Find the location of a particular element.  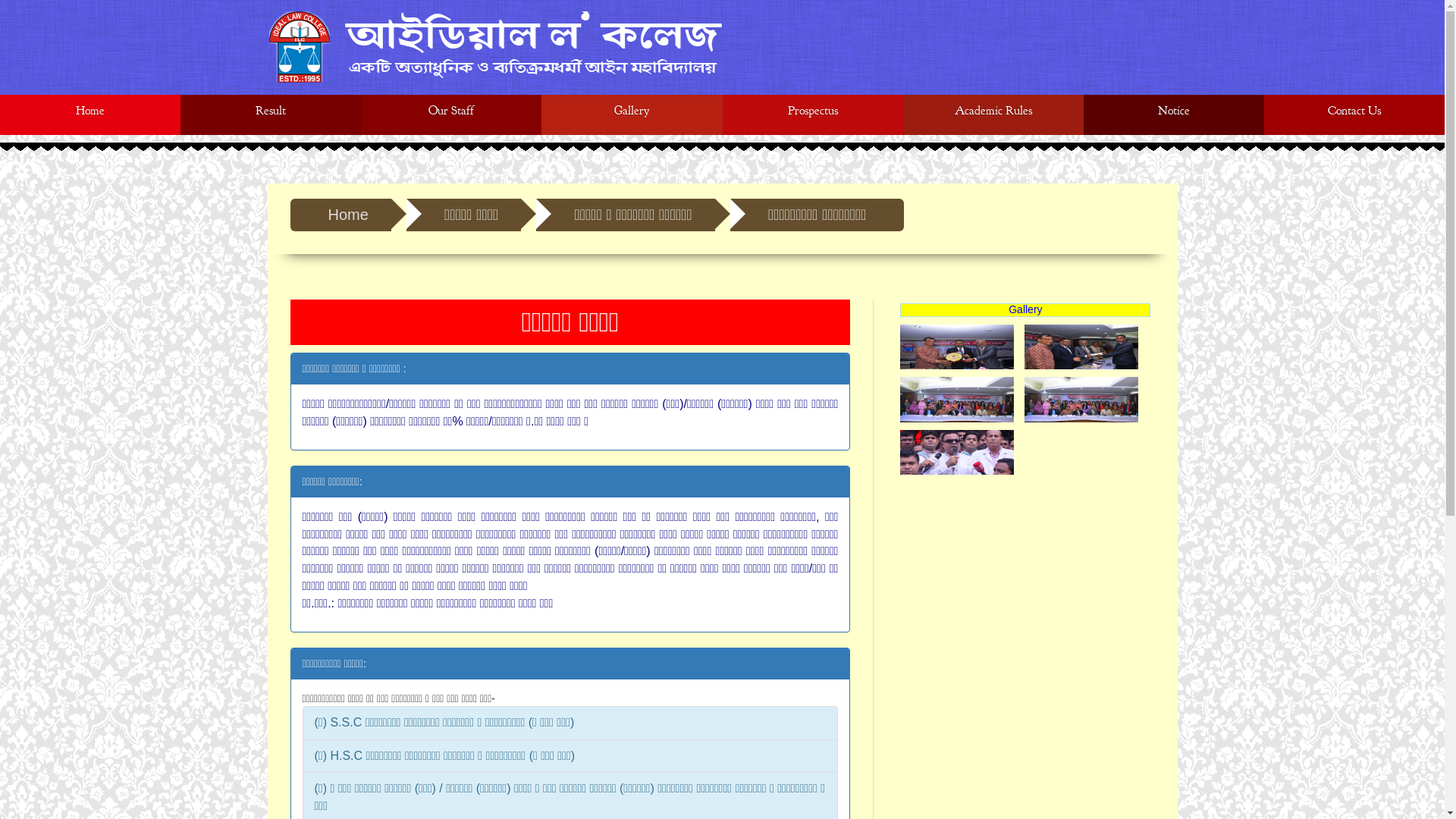

'Our Staff' is located at coordinates (450, 114).